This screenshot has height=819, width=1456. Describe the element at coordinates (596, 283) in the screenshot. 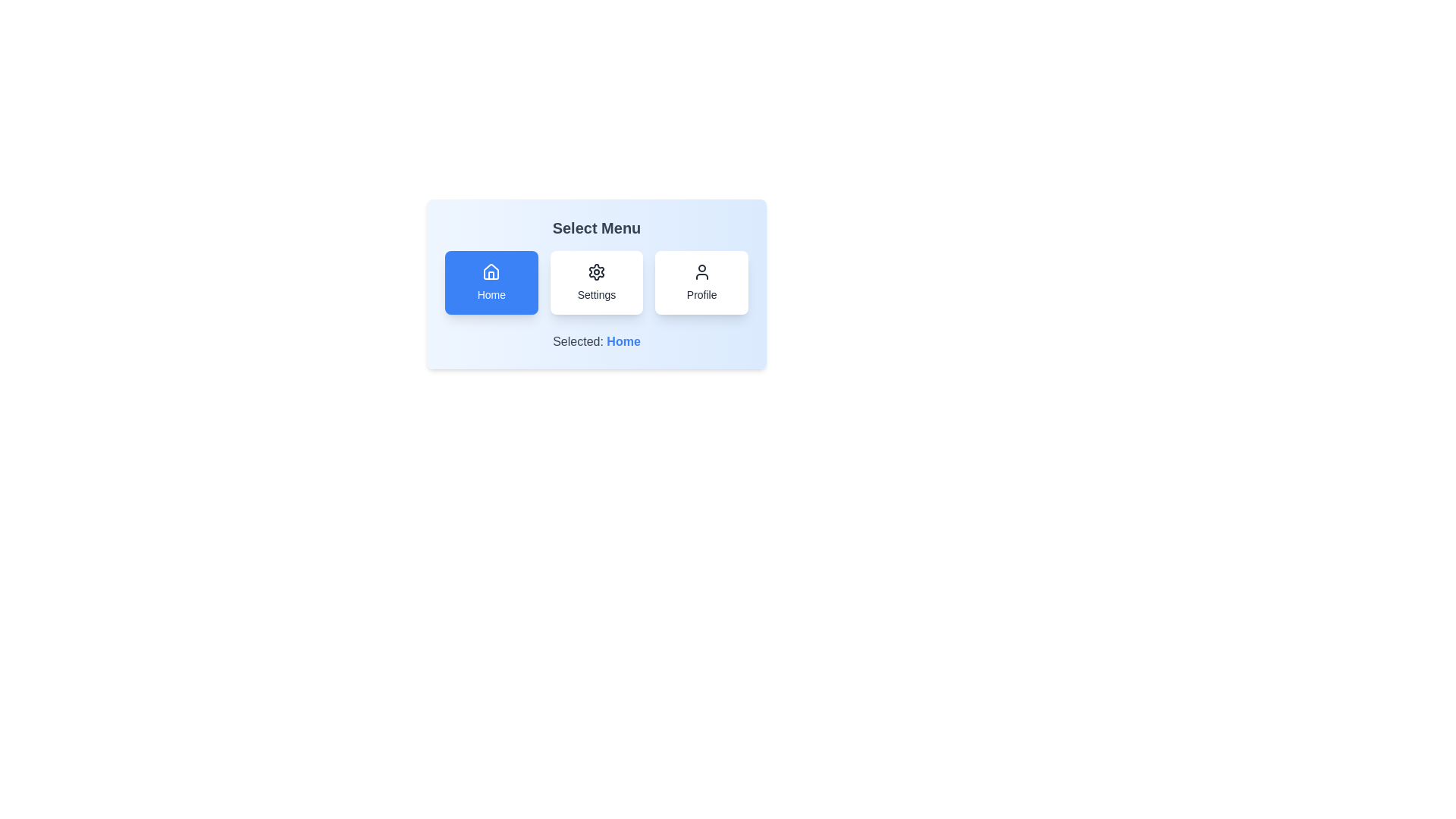

I see `the menu item Settings by clicking on its corresponding button` at that location.